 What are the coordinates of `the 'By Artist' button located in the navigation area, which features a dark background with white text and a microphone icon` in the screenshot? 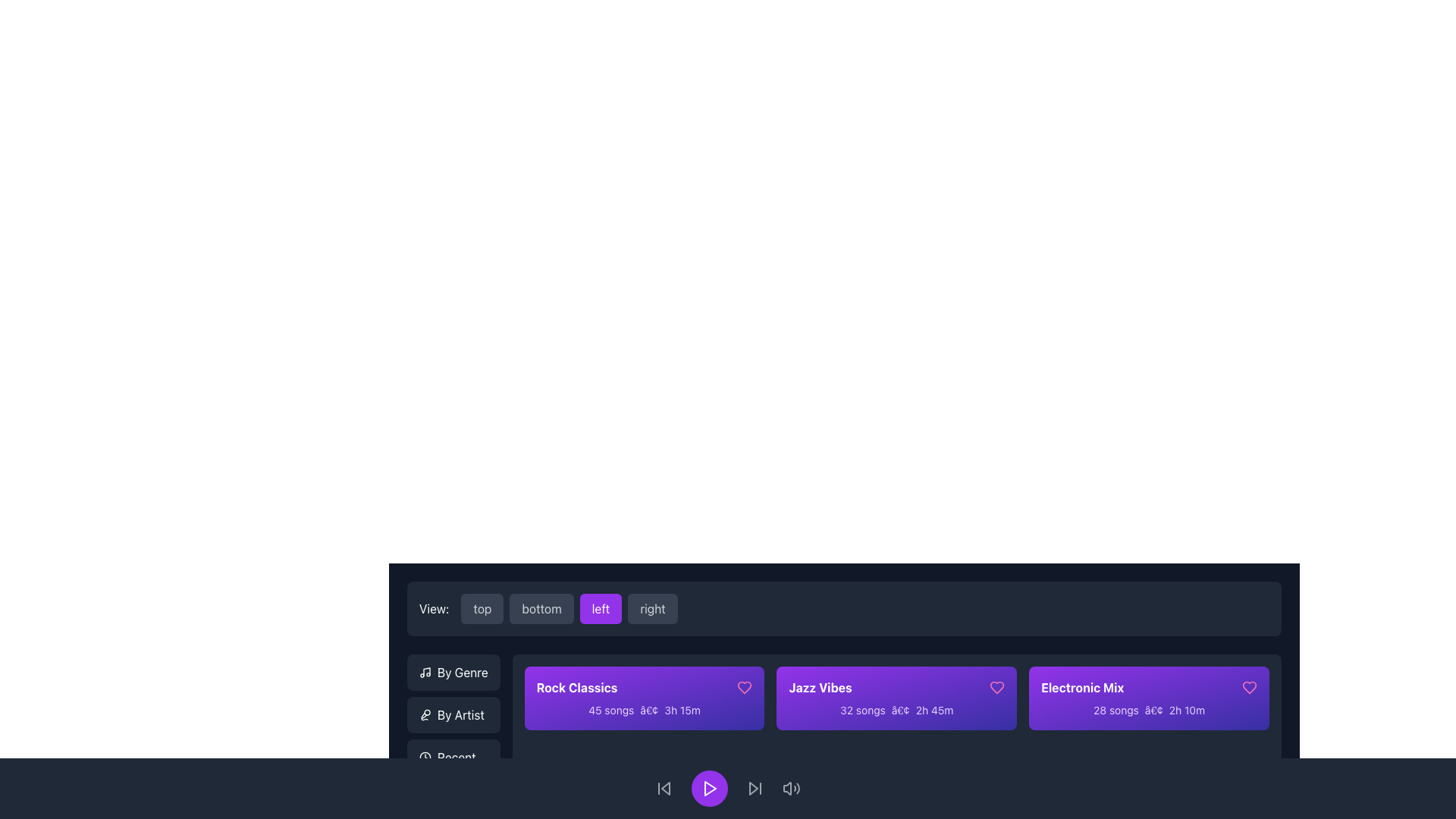 It's located at (453, 714).